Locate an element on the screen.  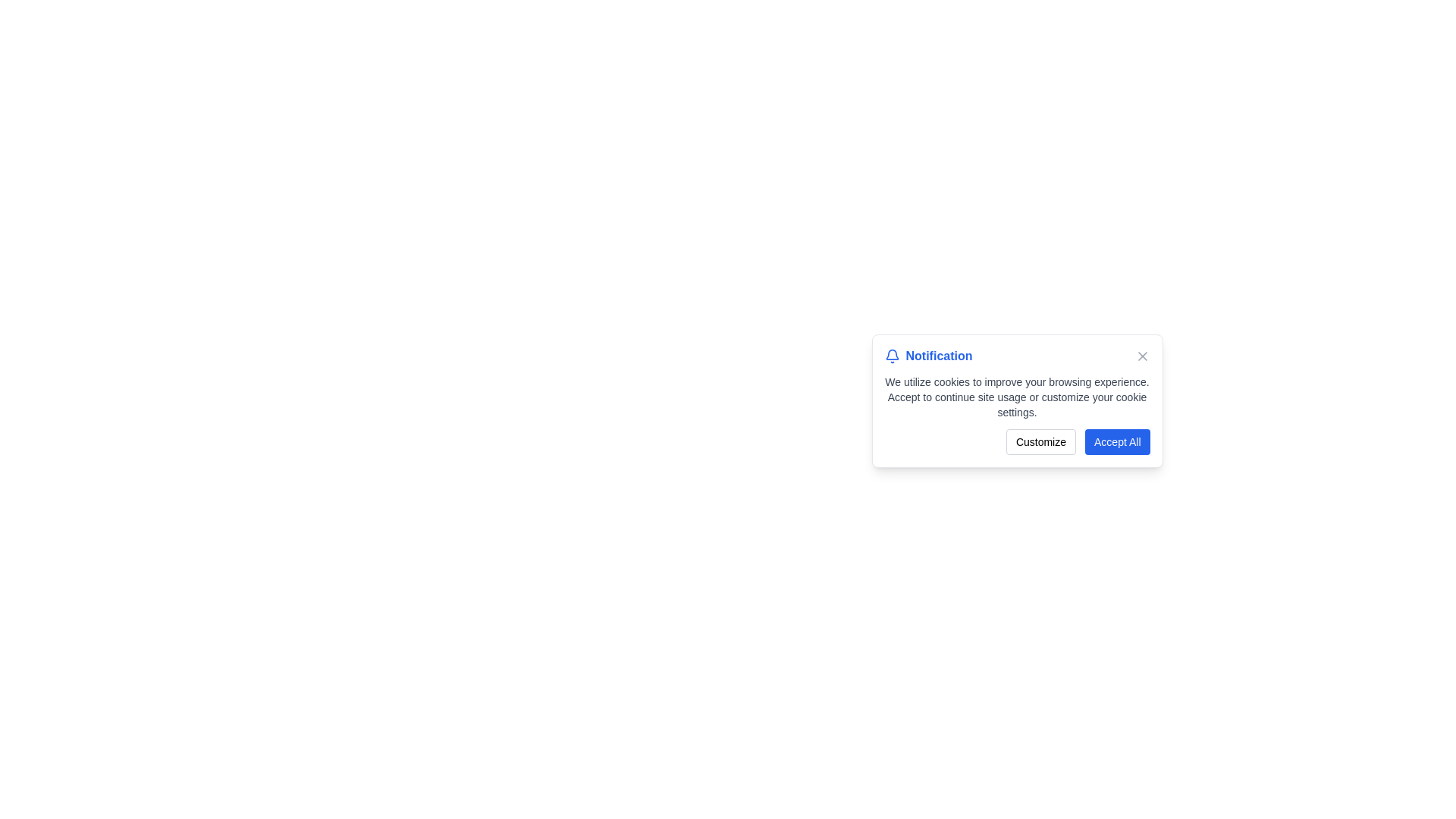
static text message stating 'We utilize cookies to improve your browsing experience. Accept to continue site usage or customize your cookie settings.' which is displayed in a notification modal, positioned centrally below the title 'Notification' and above the buttons 'Customize' and 'Accept All' is located at coordinates (1017, 397).